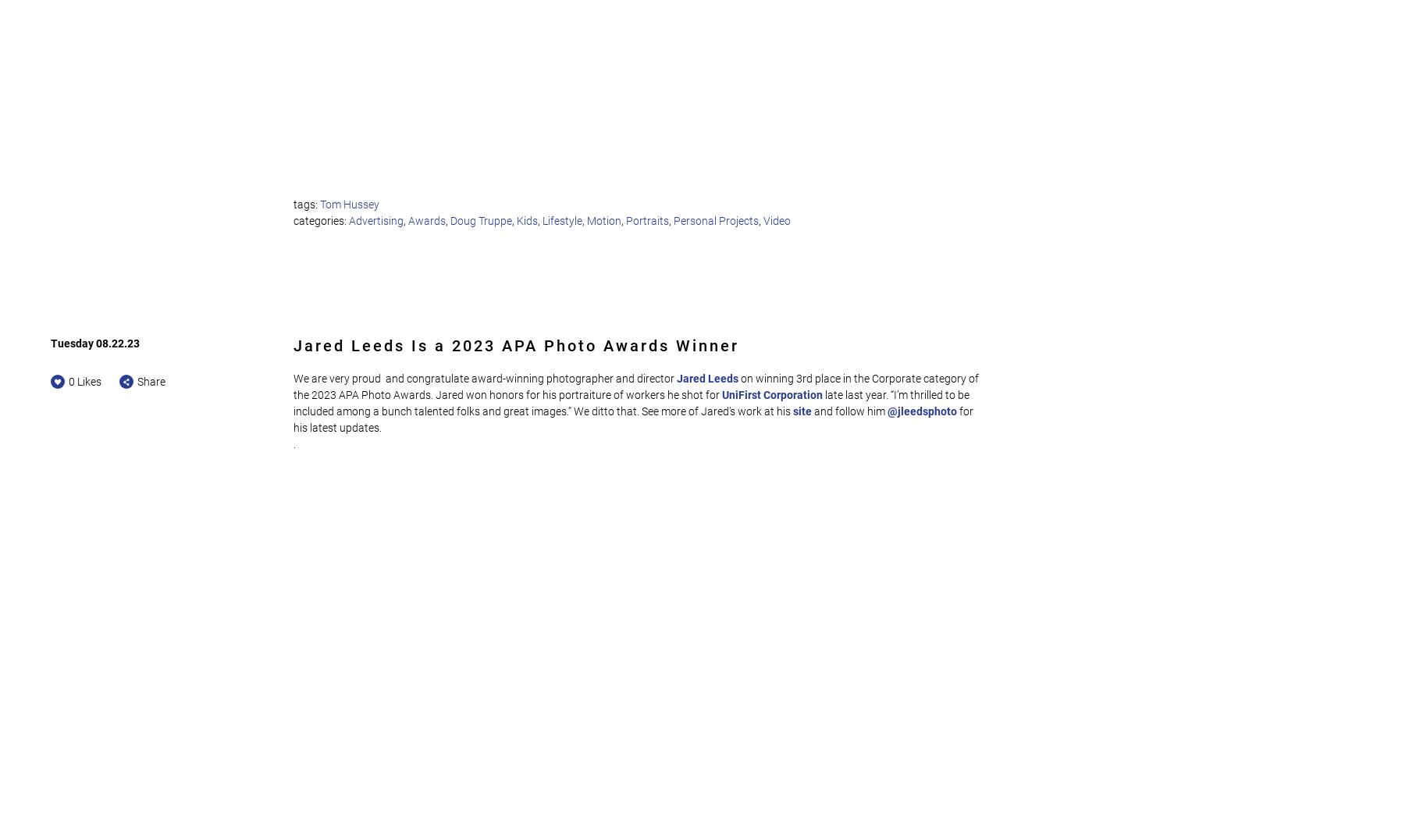 This screenshot has height=840, width=1409. Describe the element at coordinates (585, 219) in the screenshot. I see `'Motion'` at that location.